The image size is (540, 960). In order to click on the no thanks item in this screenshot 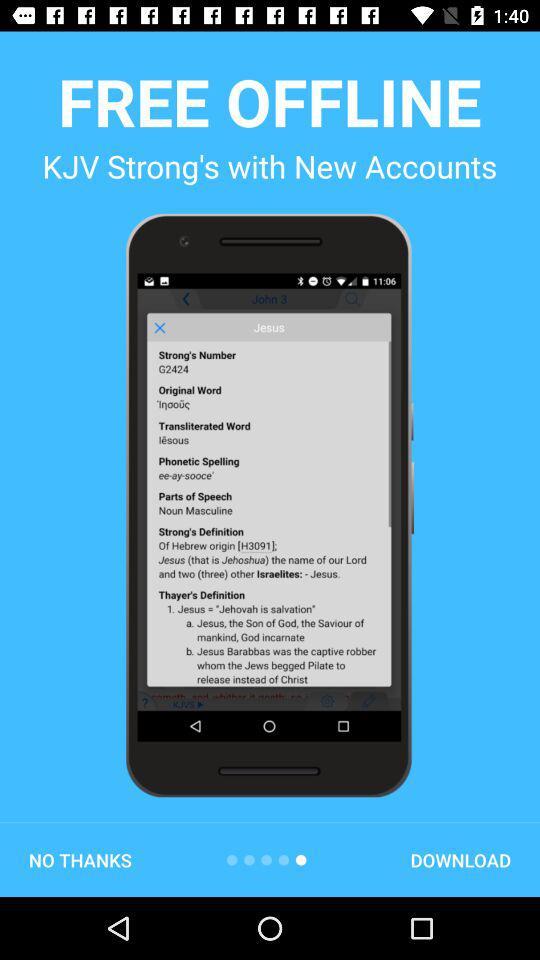, I will do `click(79, 859)`.